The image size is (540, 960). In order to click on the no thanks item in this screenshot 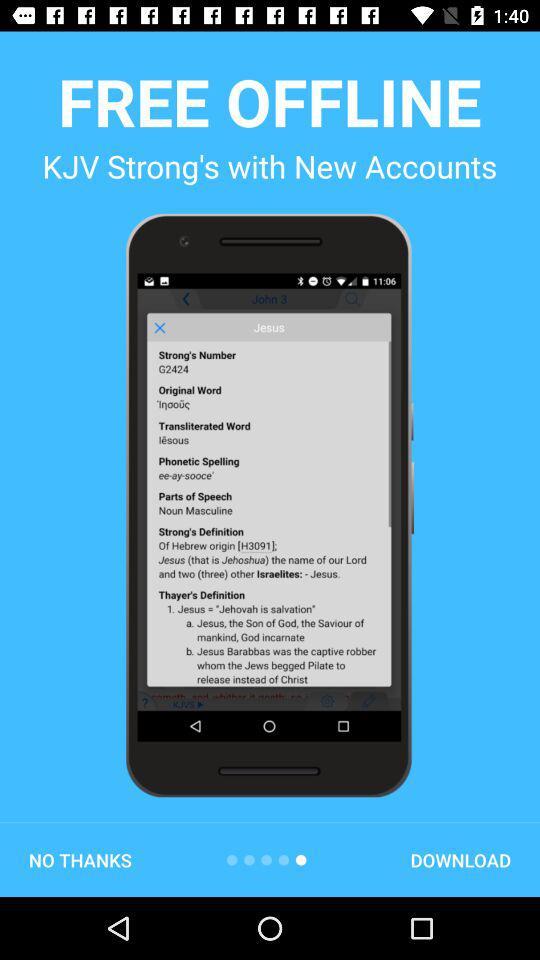, I will do `click(79, 859)`.